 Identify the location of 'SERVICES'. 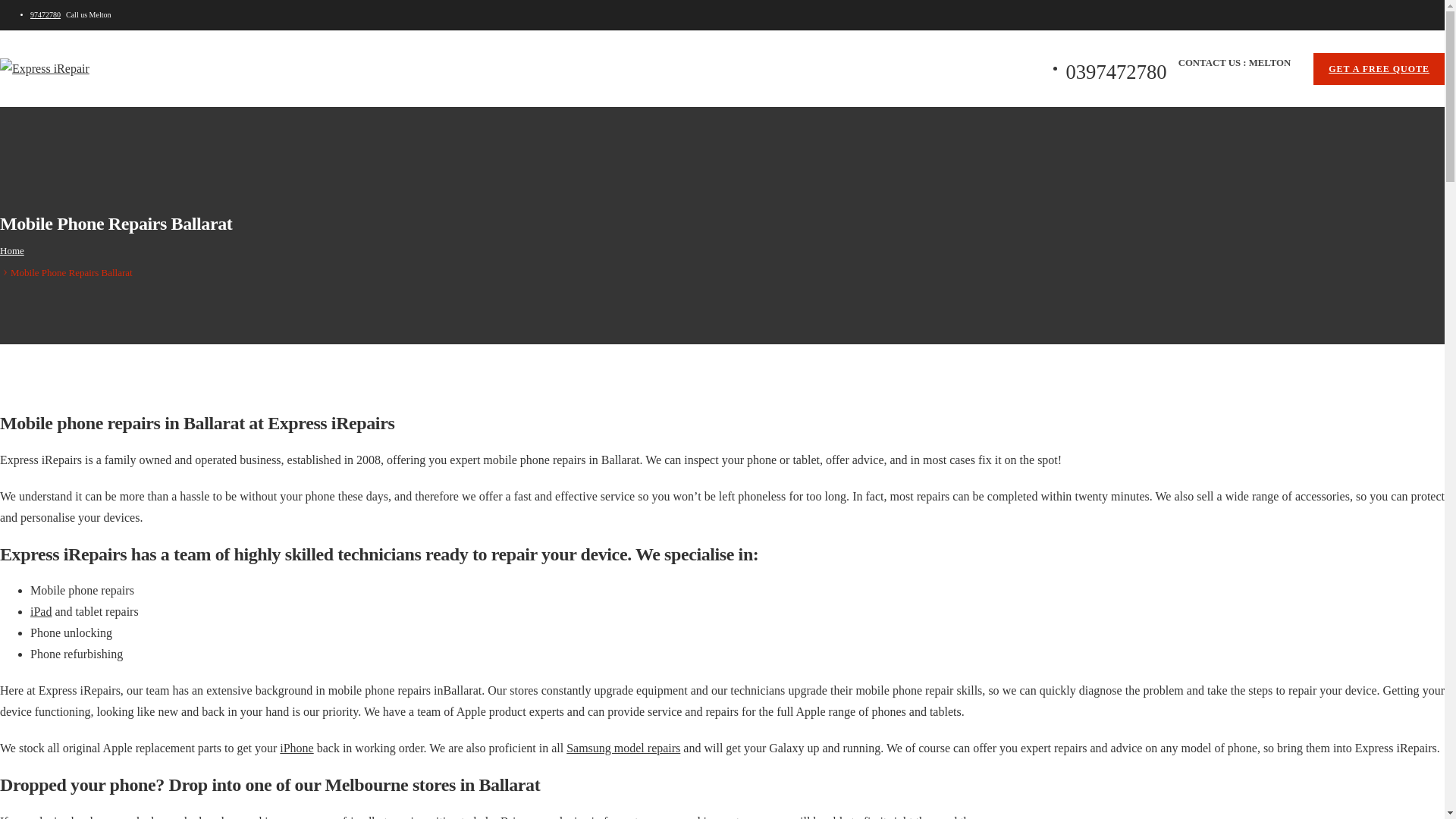
(191, 128).